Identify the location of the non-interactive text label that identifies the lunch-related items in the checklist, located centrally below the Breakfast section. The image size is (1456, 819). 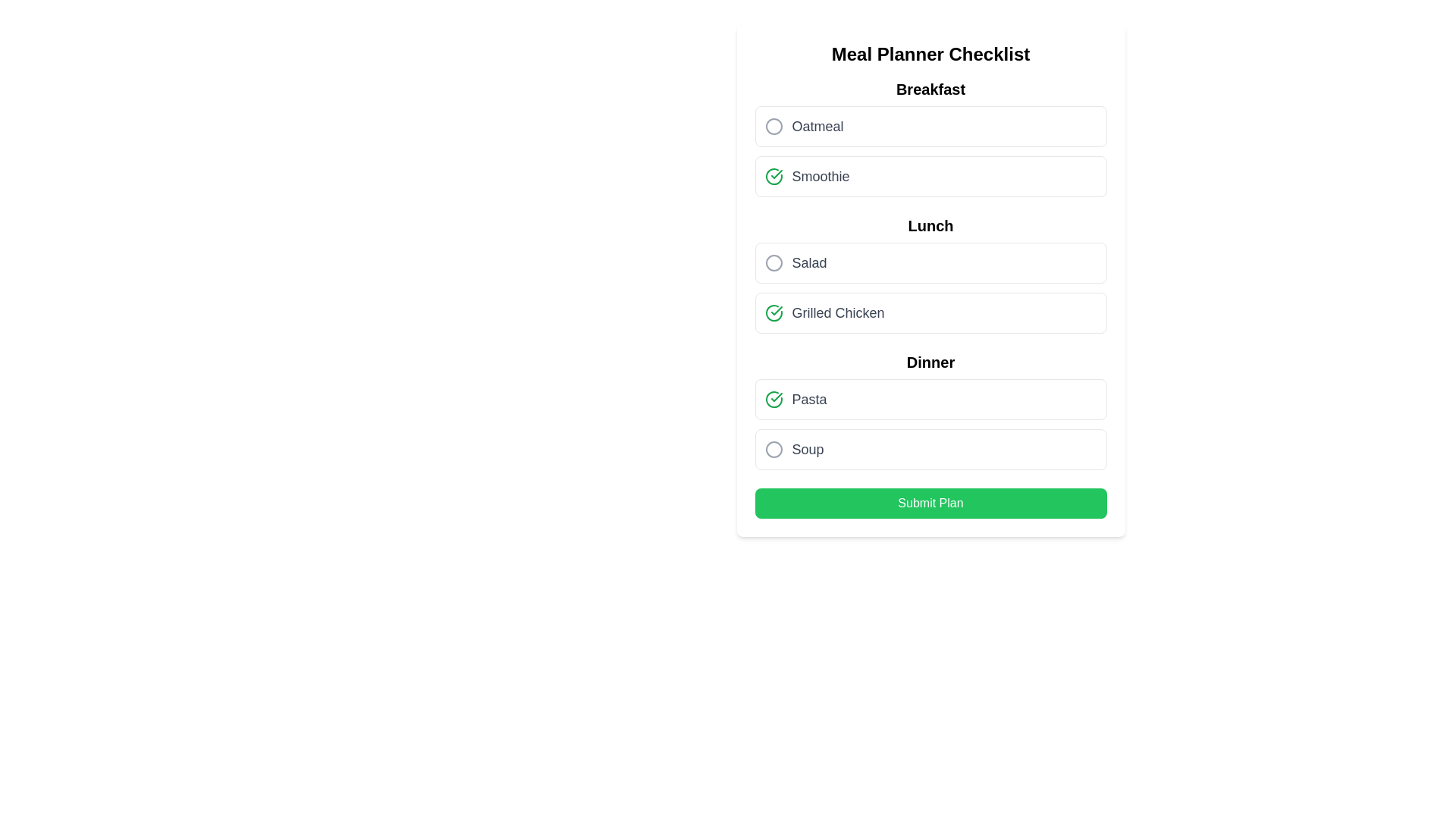
(930, 225).